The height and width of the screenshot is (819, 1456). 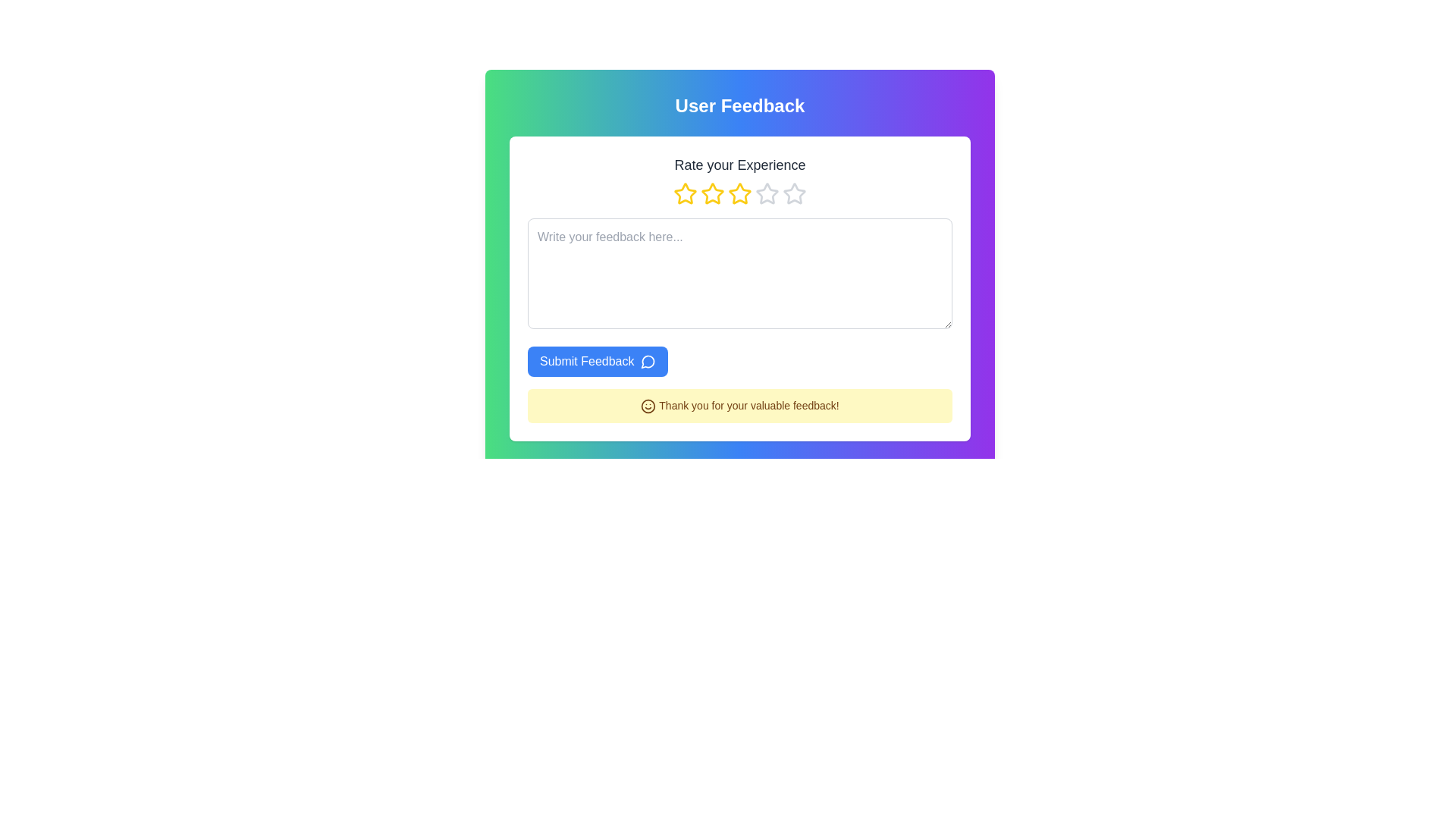 What do you see at coordinates (684, 193) in the screenshot?
I see `the first rating star icon` at bounding box center [684, 193].